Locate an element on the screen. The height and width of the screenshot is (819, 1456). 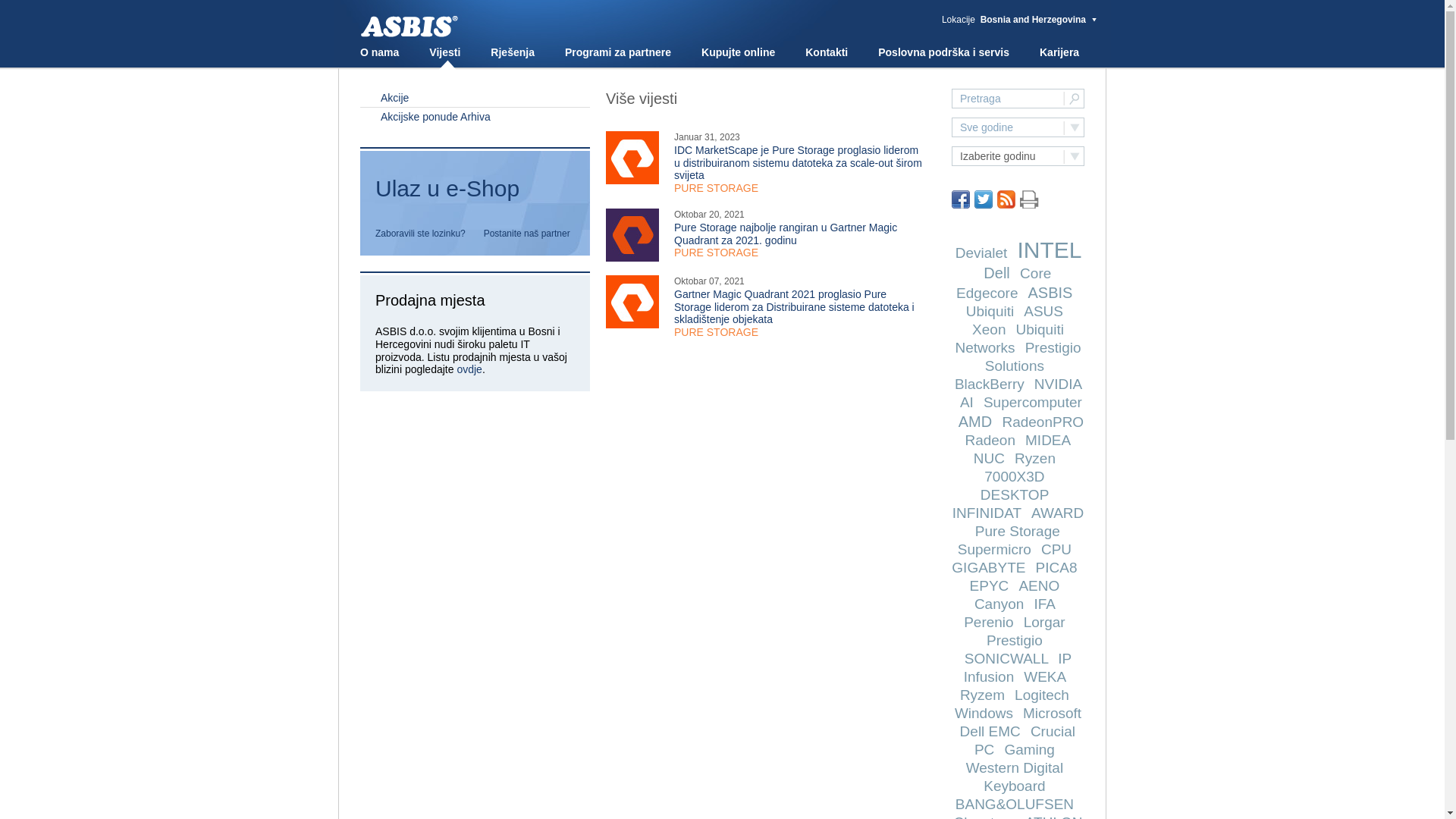
'Core' is located at coordinates (1019, 273).